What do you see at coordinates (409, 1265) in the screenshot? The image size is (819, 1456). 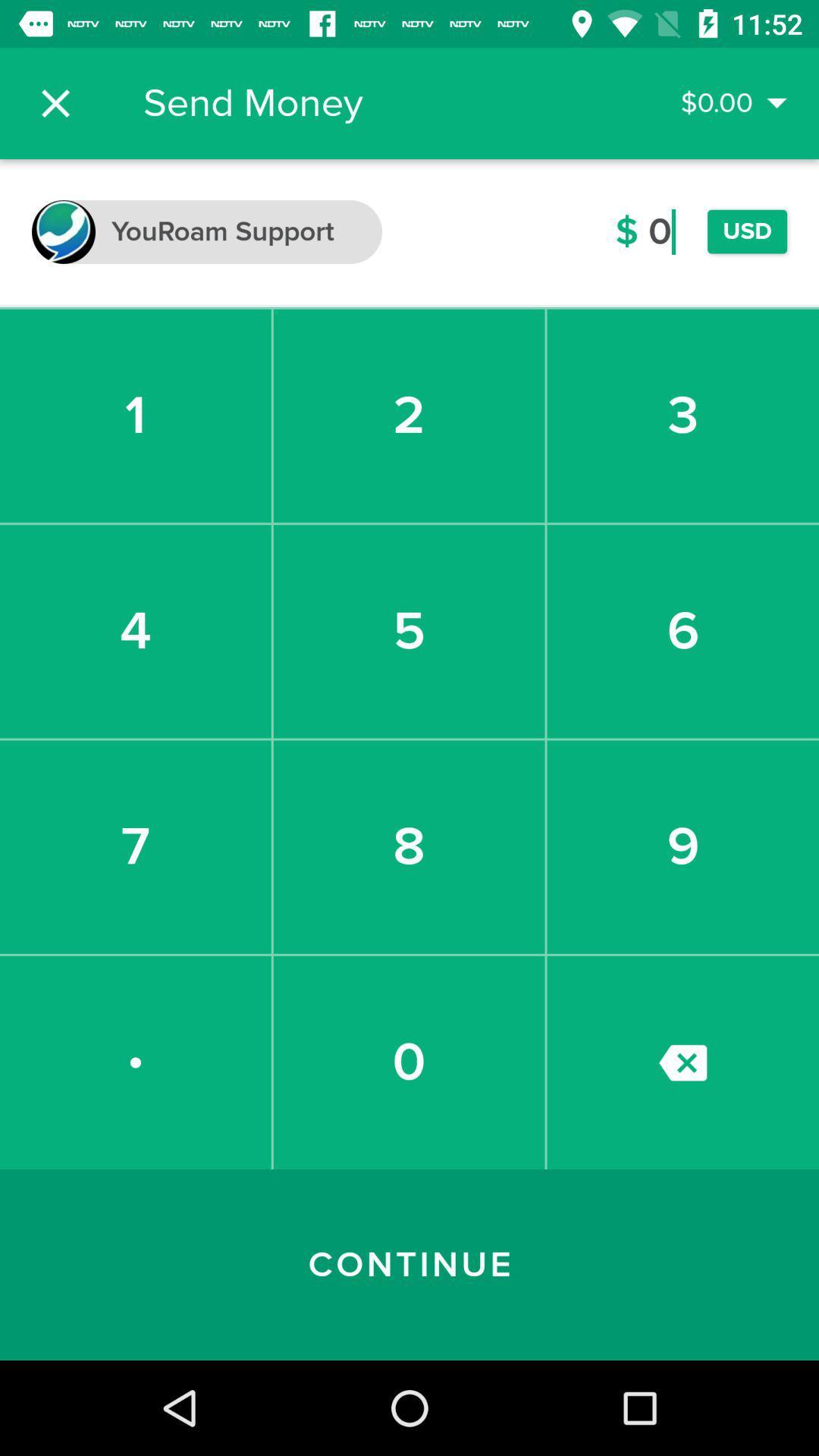 I see `the item below . item` at bounding box center [409, 1265].